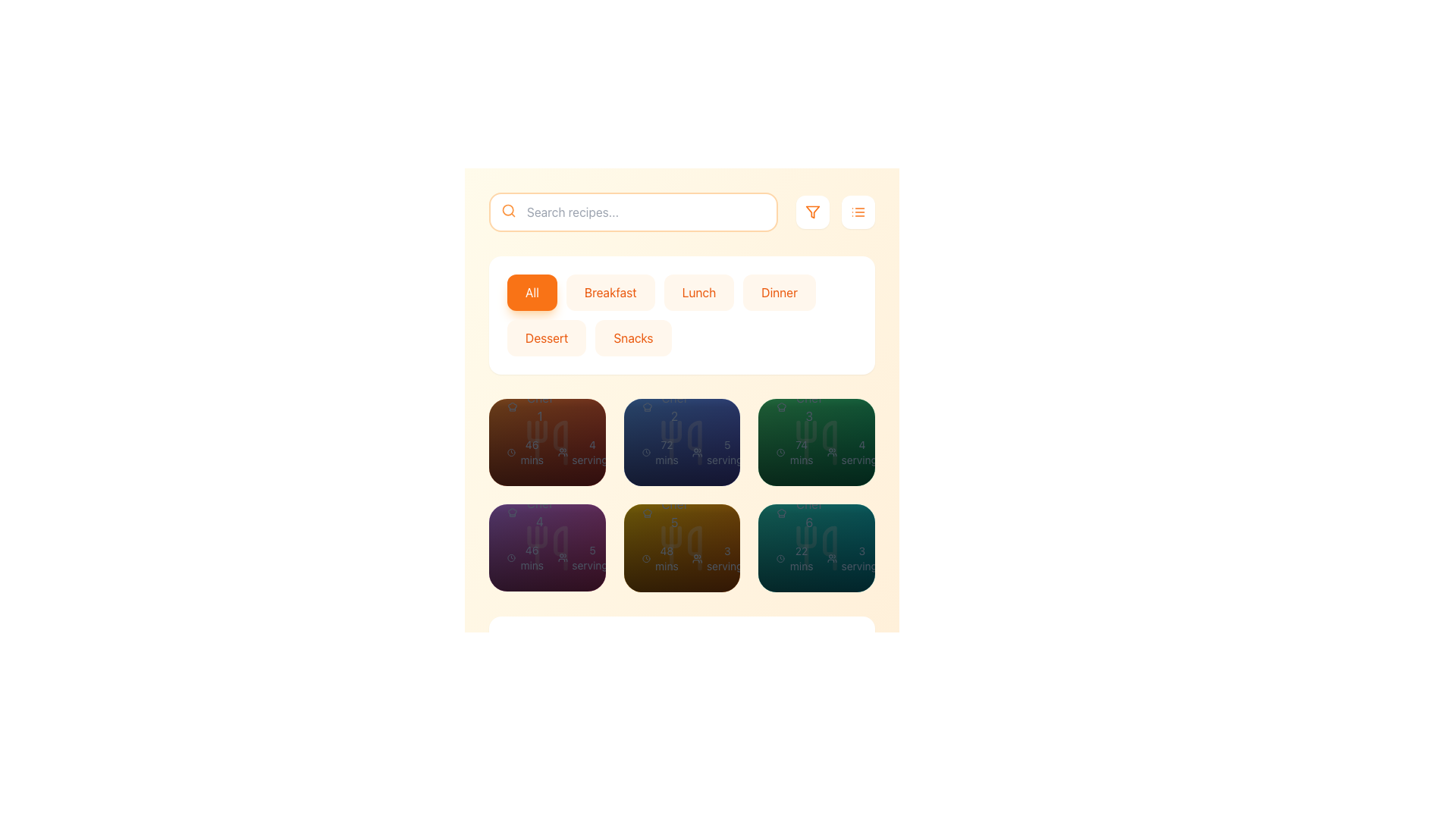 This screenshot has height=819, width=1456. I want to click on the text label displaying '48 mins' located next to the clock icon in the second card of the second row, so click(661, 558).